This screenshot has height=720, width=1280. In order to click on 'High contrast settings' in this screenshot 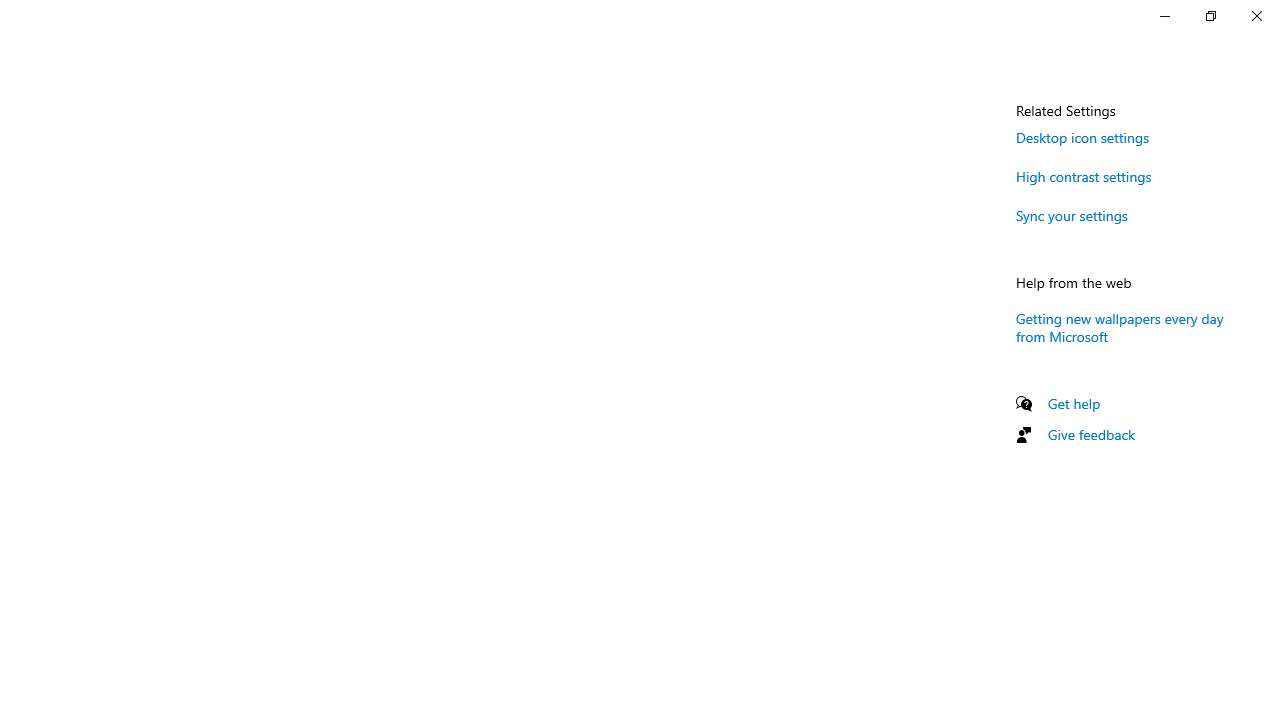, I will do `click(1083, 175)`.